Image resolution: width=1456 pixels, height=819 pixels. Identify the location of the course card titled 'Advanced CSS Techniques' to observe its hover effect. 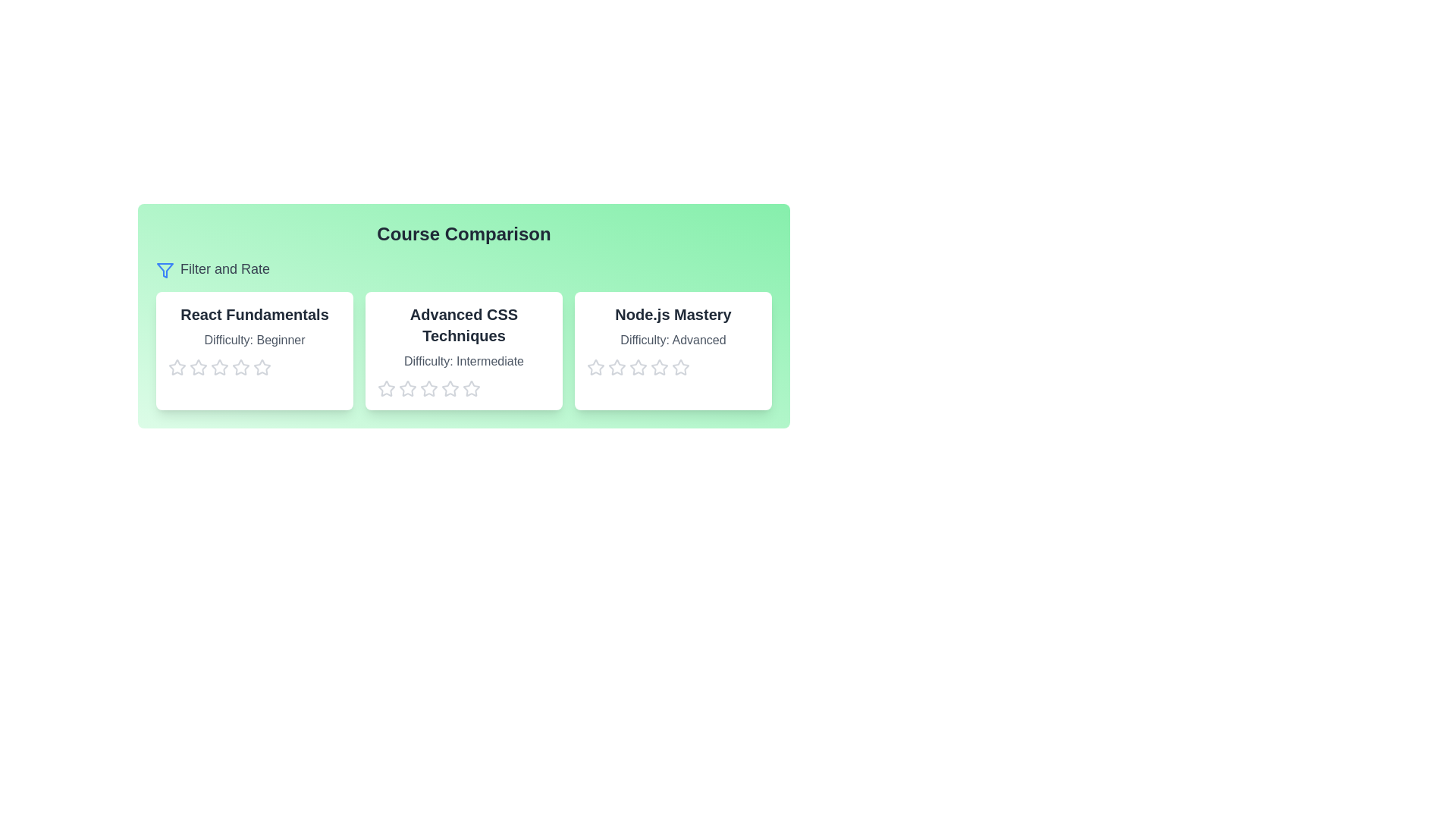
(463, 350).